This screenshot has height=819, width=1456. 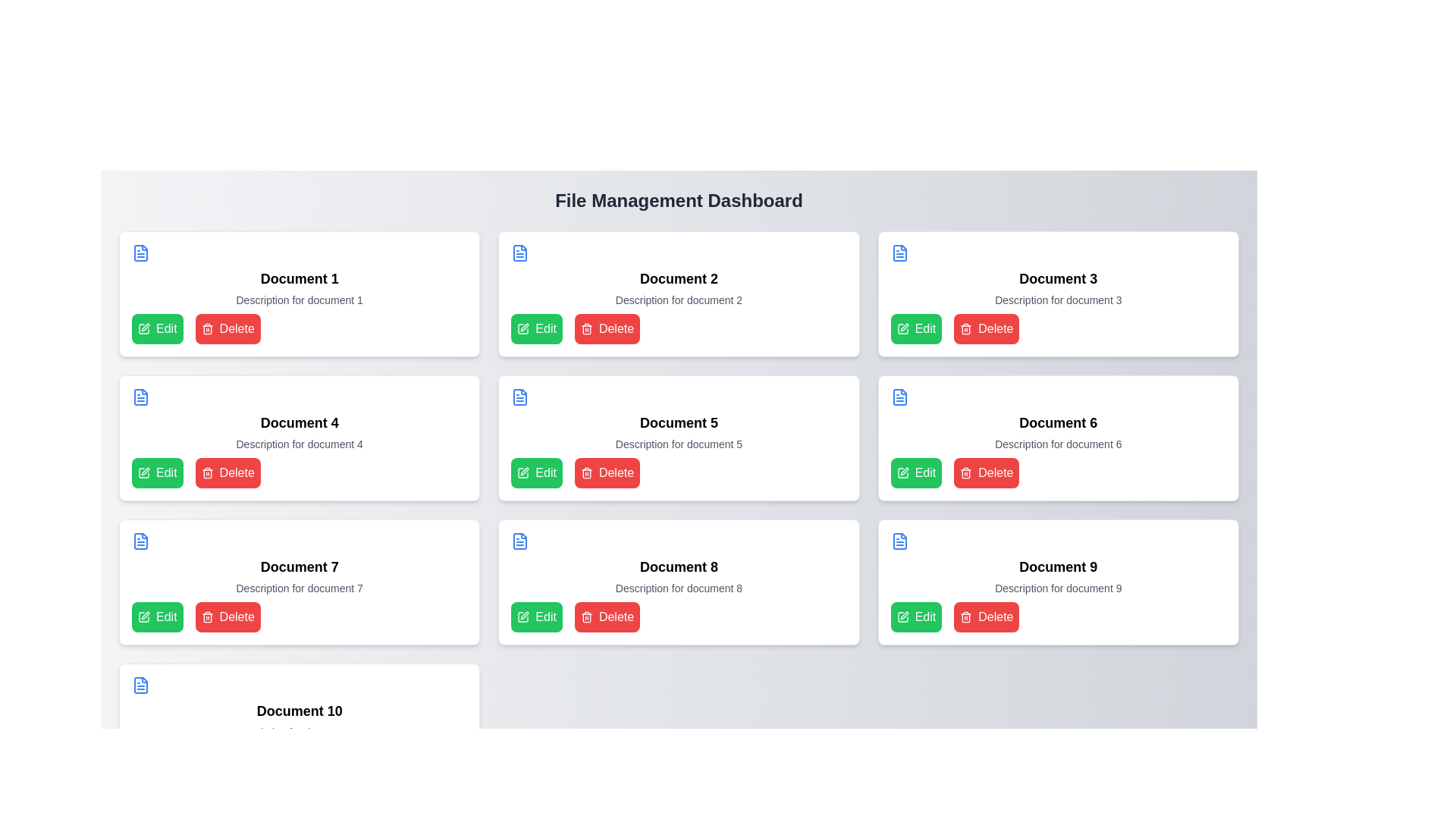 I want to click on the edit icon resembling a pen for 'Document 3', so click(x=904, y=327).